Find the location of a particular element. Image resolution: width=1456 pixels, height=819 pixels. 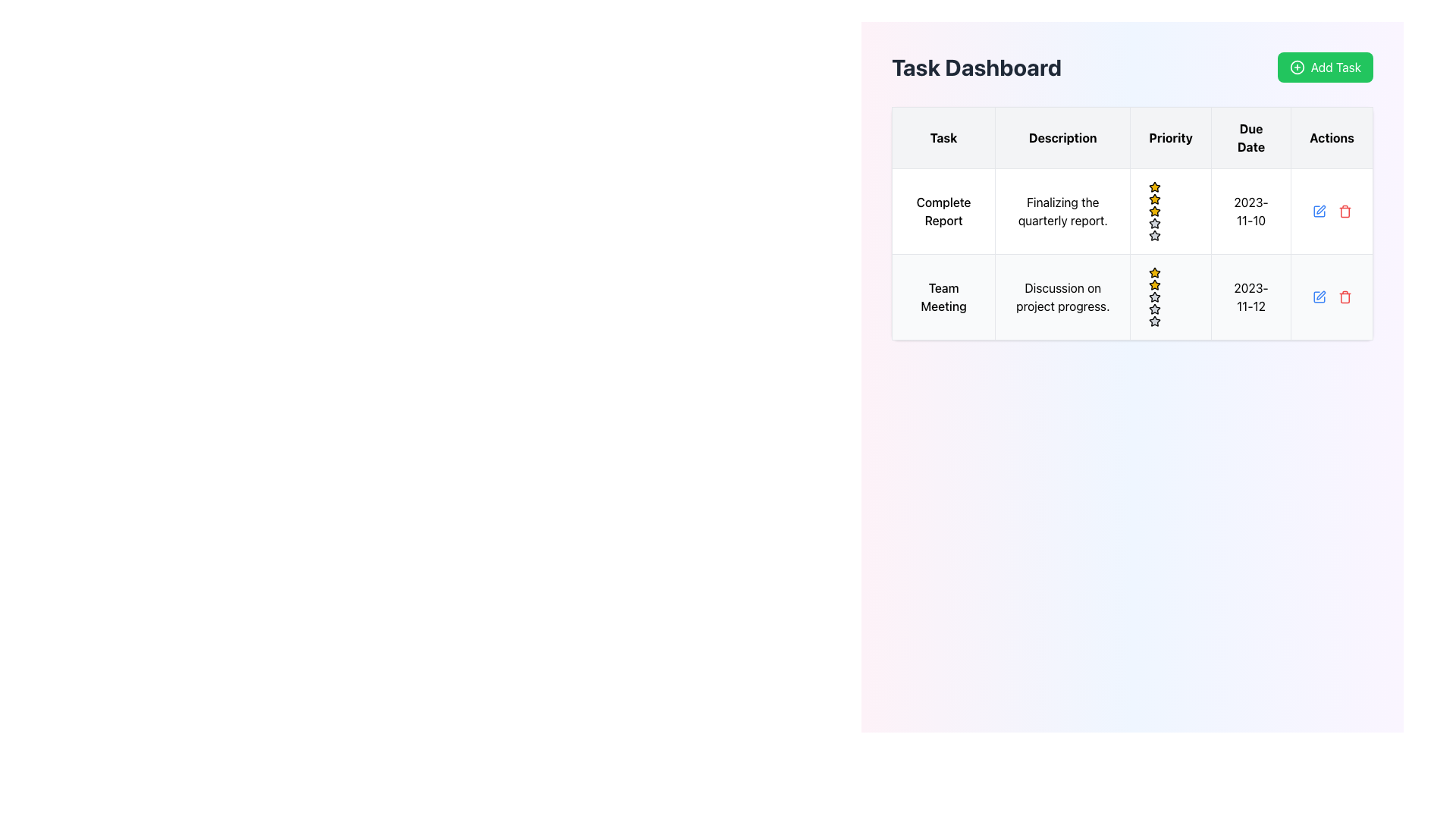

the text label displaying the due date of the 'Team Meeting' task, which is located in the last column of the corresponding row under the 'Due Date' heading is located at coordinates (1251, 297).